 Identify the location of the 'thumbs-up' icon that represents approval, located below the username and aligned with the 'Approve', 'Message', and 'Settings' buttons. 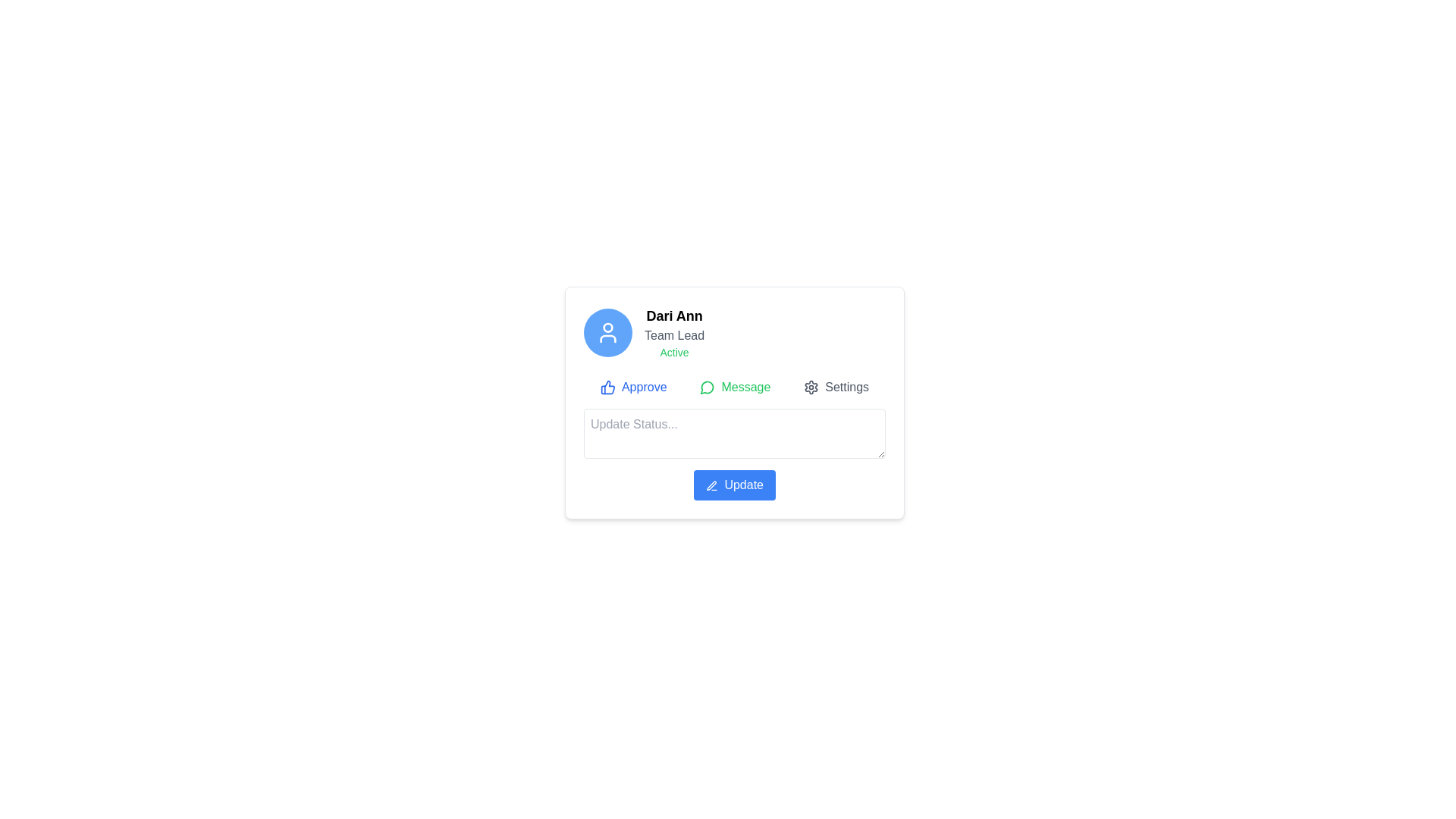
(607, 386).